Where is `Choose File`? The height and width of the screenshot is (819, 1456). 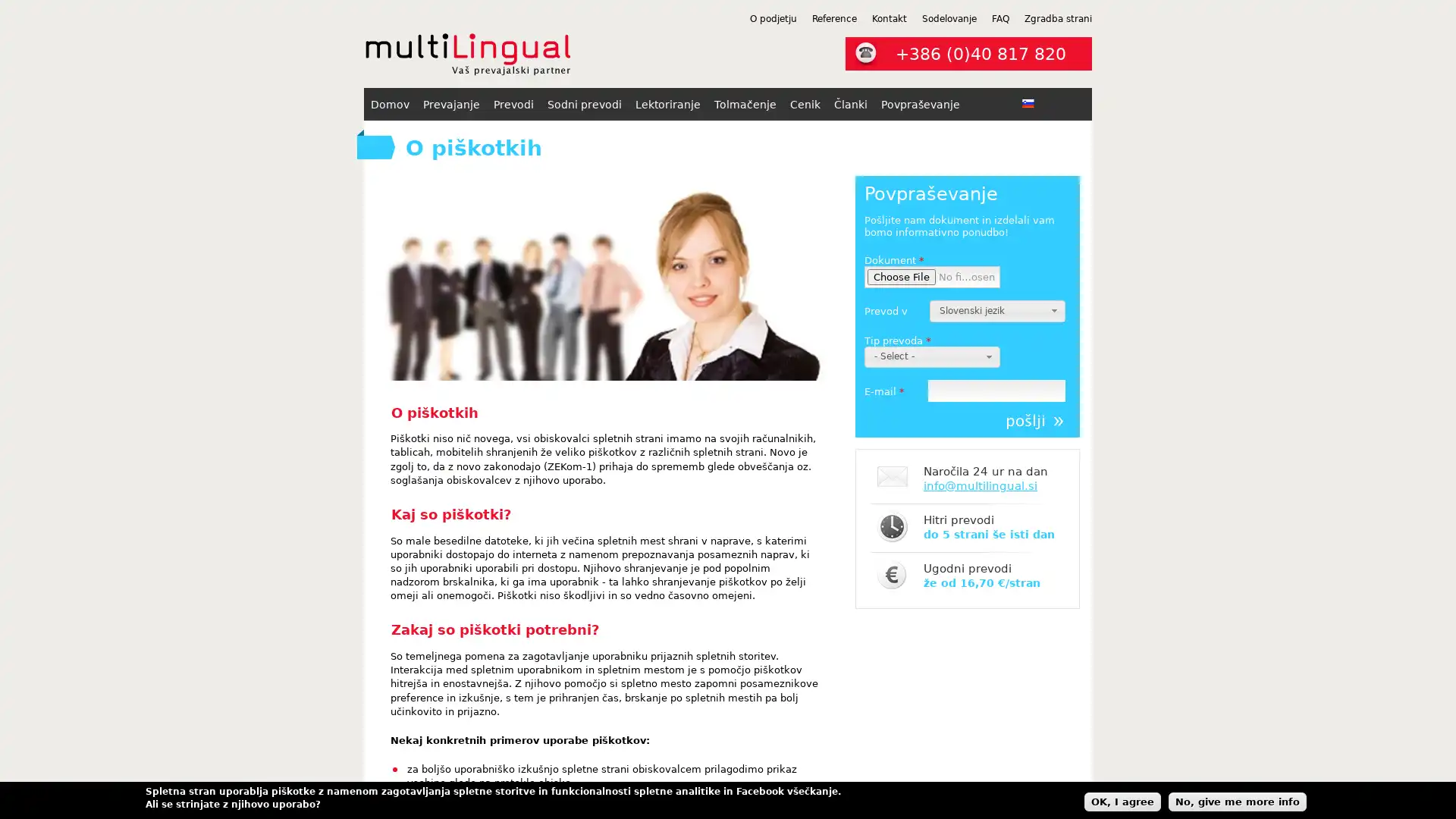 Choose File is located at coordinates (902, 277).